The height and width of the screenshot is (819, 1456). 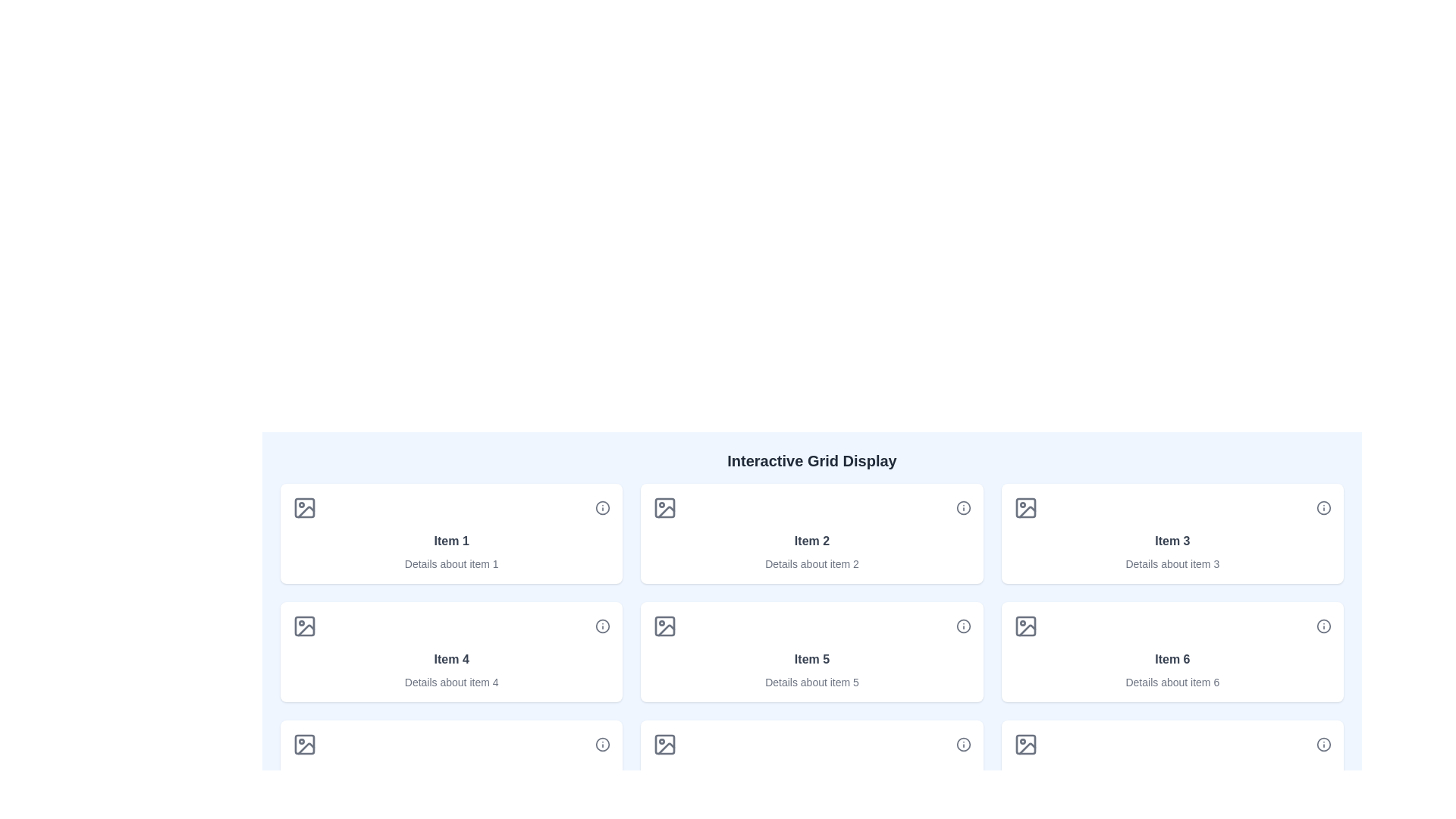 I want to click on the Button or Icon Button located at the top-right corner of the 'Item 5' card, so click(x=962, y=626).